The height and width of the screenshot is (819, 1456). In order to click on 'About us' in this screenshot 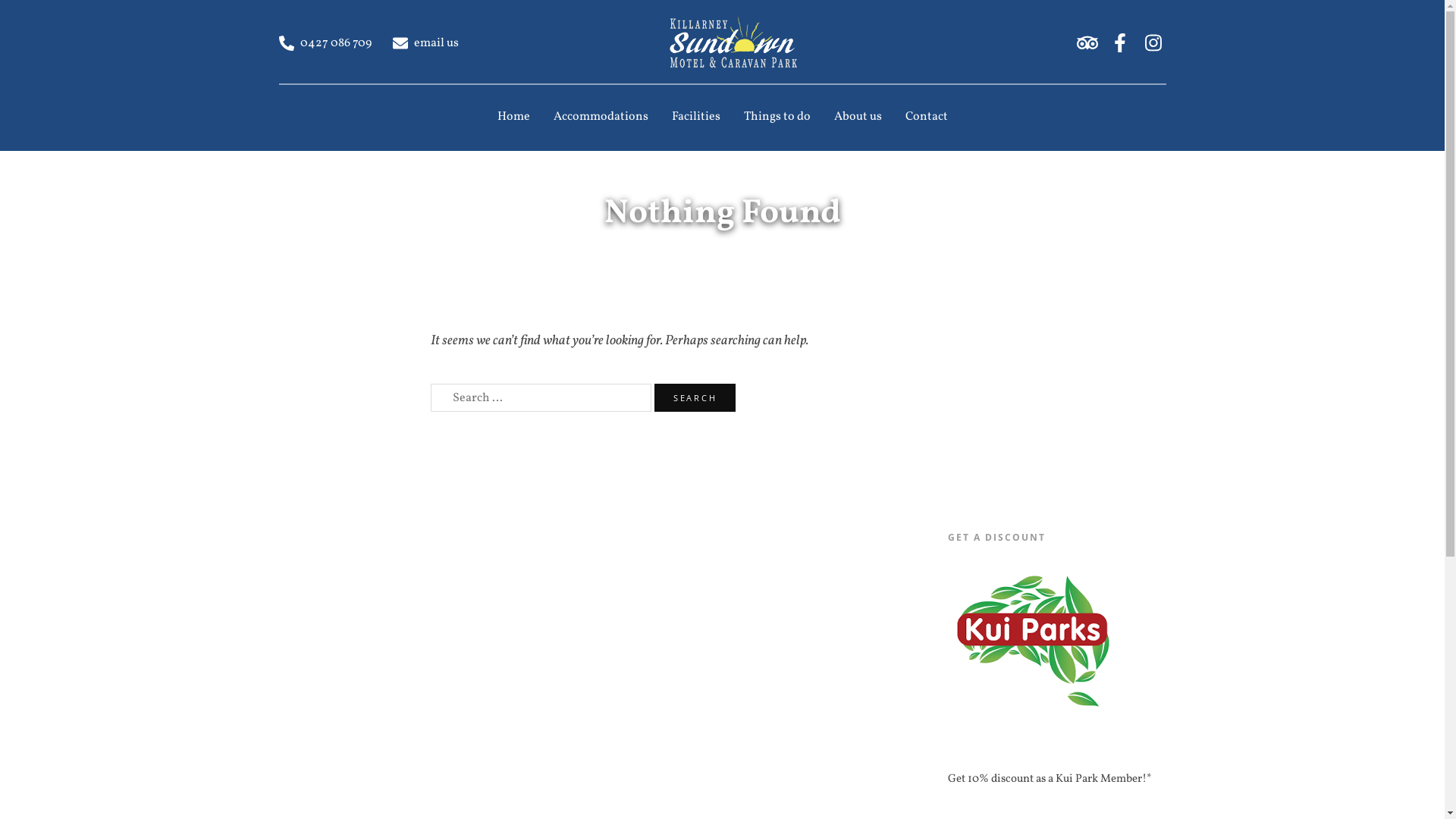, I will do `click(858, 116)`.